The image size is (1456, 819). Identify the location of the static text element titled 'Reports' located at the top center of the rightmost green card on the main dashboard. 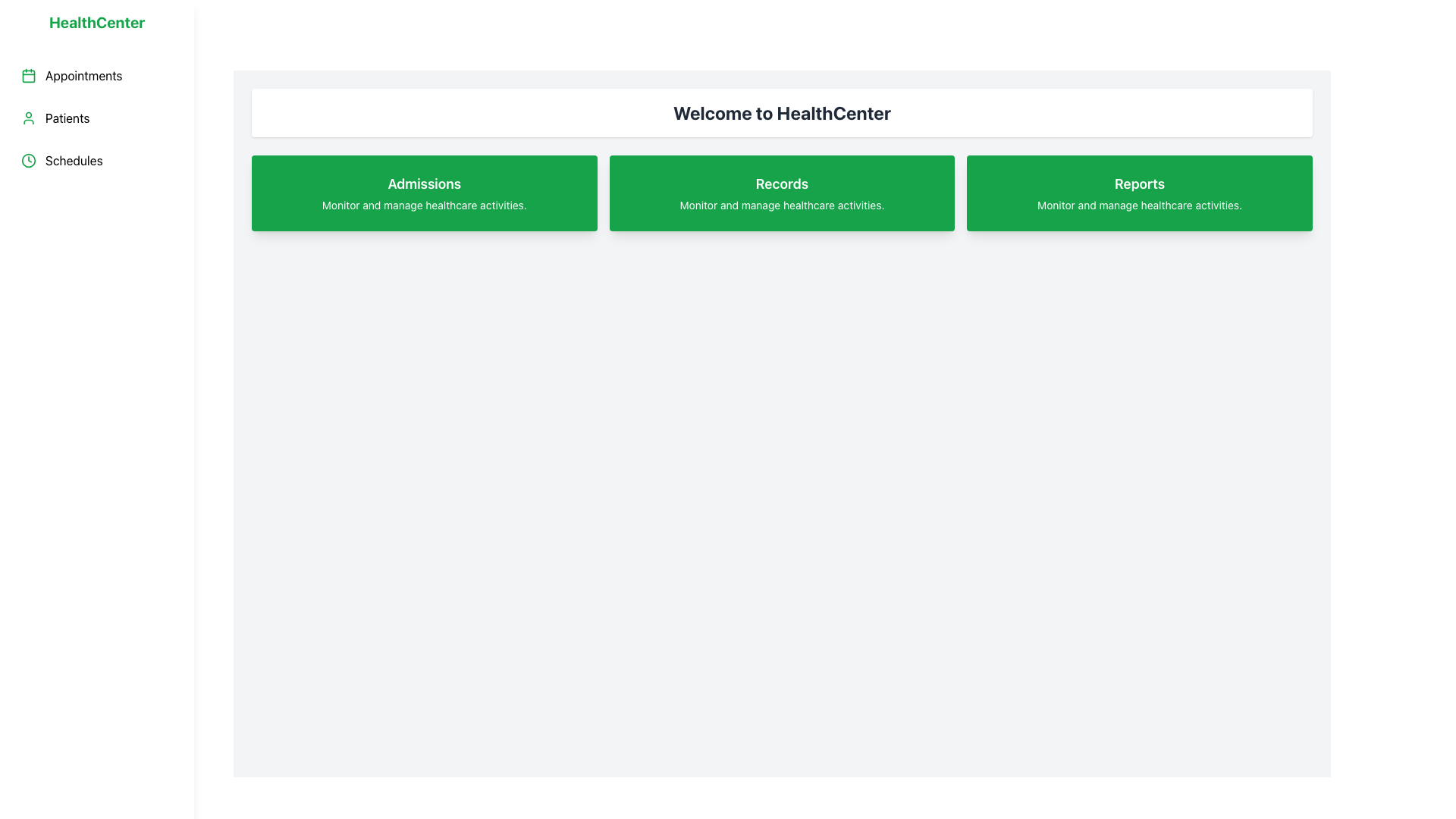
(1140, 184).